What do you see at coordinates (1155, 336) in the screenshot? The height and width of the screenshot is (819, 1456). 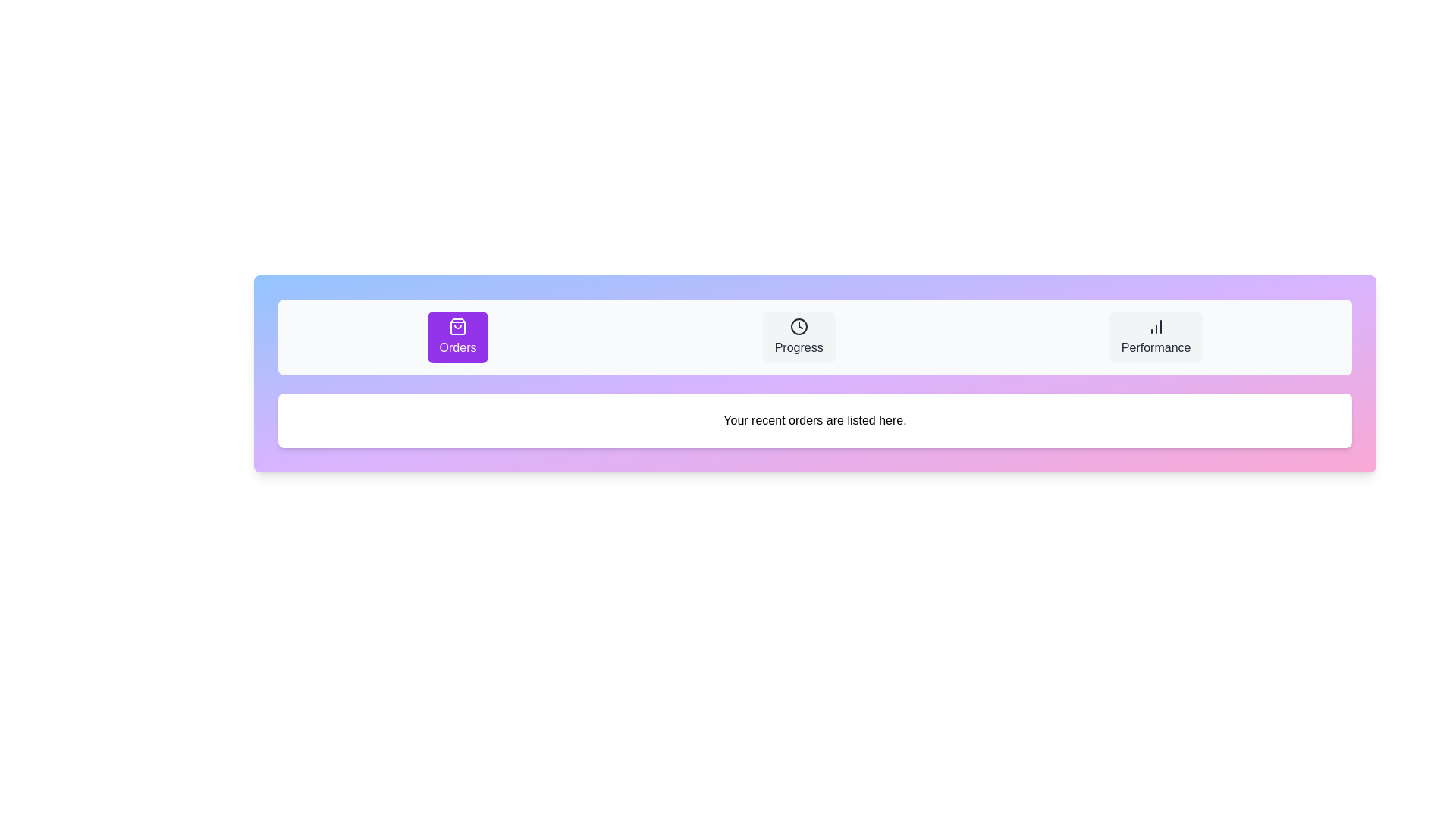 I see `the performance metrics button, which is the third button in a row of three` at bounding box center [1155, 336].